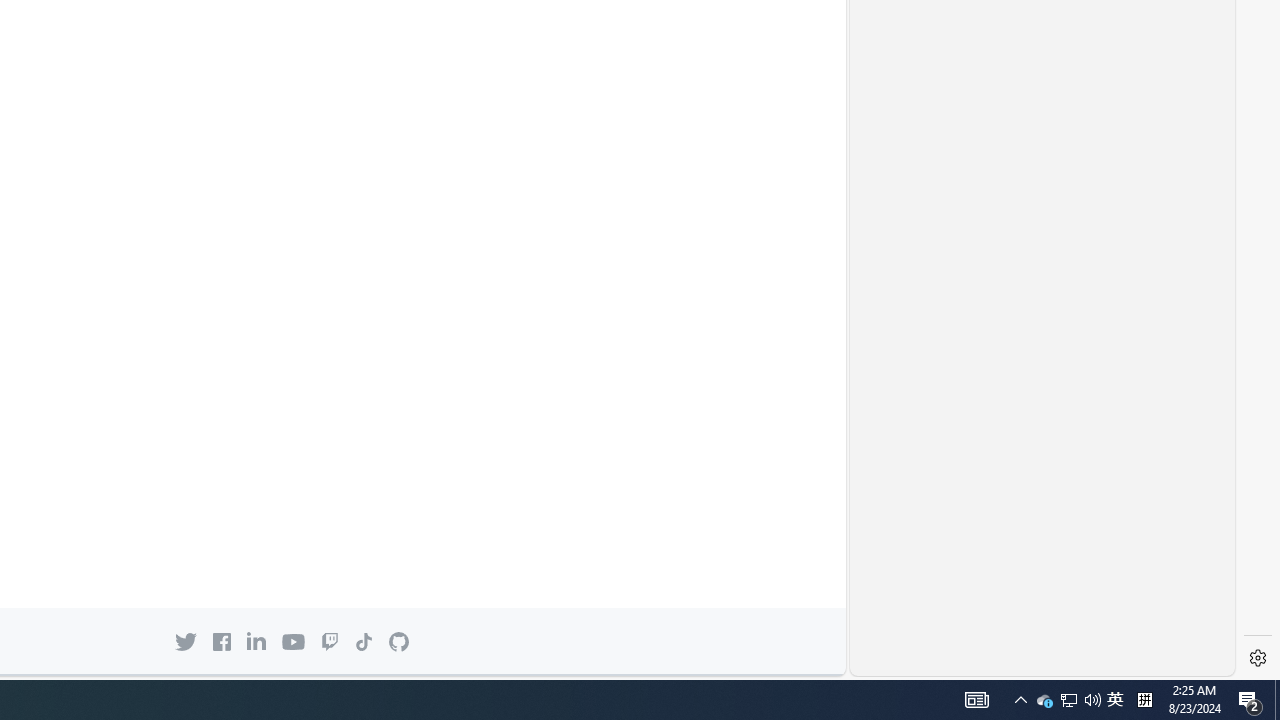  What do you see at coordinates (292, 642) in the screenshot?
I see `'YouTube icon GitHub on YouTube'` at bounding box center [292, 642].